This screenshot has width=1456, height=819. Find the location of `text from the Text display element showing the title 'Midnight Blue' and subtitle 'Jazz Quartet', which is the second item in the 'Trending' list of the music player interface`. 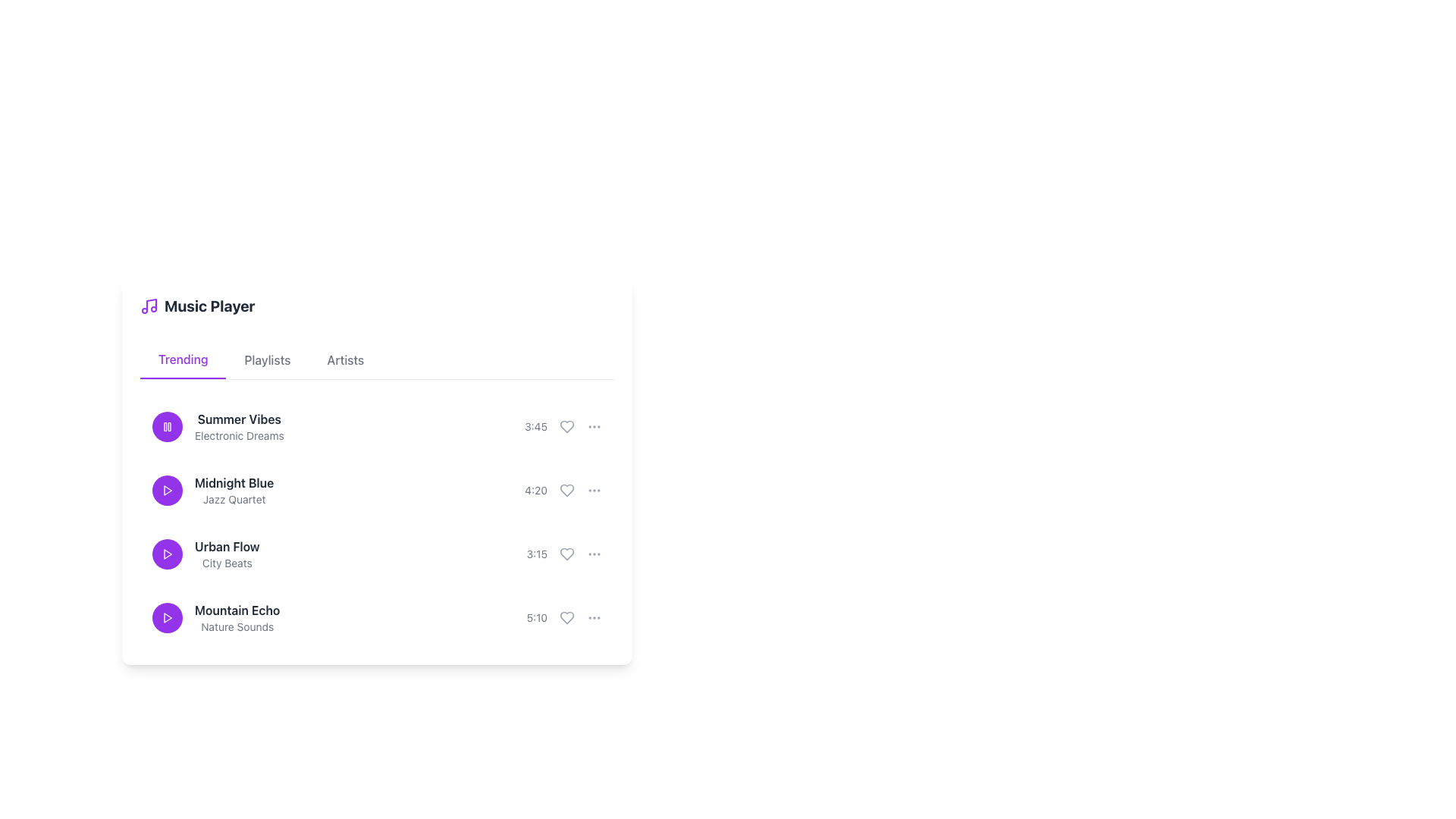

text from the Text display element showing the title 'Midnight Blue' and subtitle 'Jazz Quartet', which is the second item in the 'Trending' list of the music player interface is located at coordinates (234, 491).